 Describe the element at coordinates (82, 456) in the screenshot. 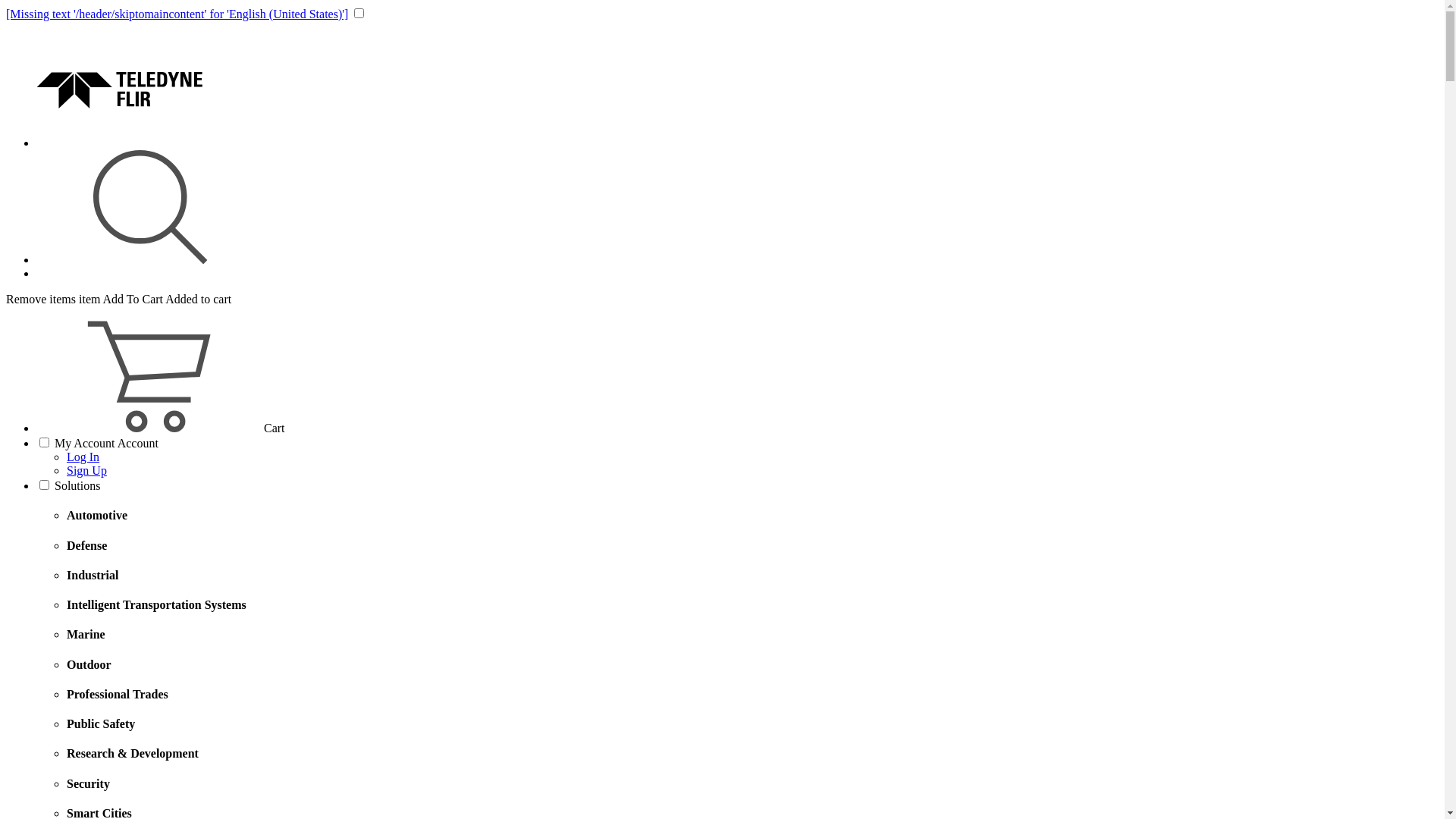

I see `'Log In'` at that location.